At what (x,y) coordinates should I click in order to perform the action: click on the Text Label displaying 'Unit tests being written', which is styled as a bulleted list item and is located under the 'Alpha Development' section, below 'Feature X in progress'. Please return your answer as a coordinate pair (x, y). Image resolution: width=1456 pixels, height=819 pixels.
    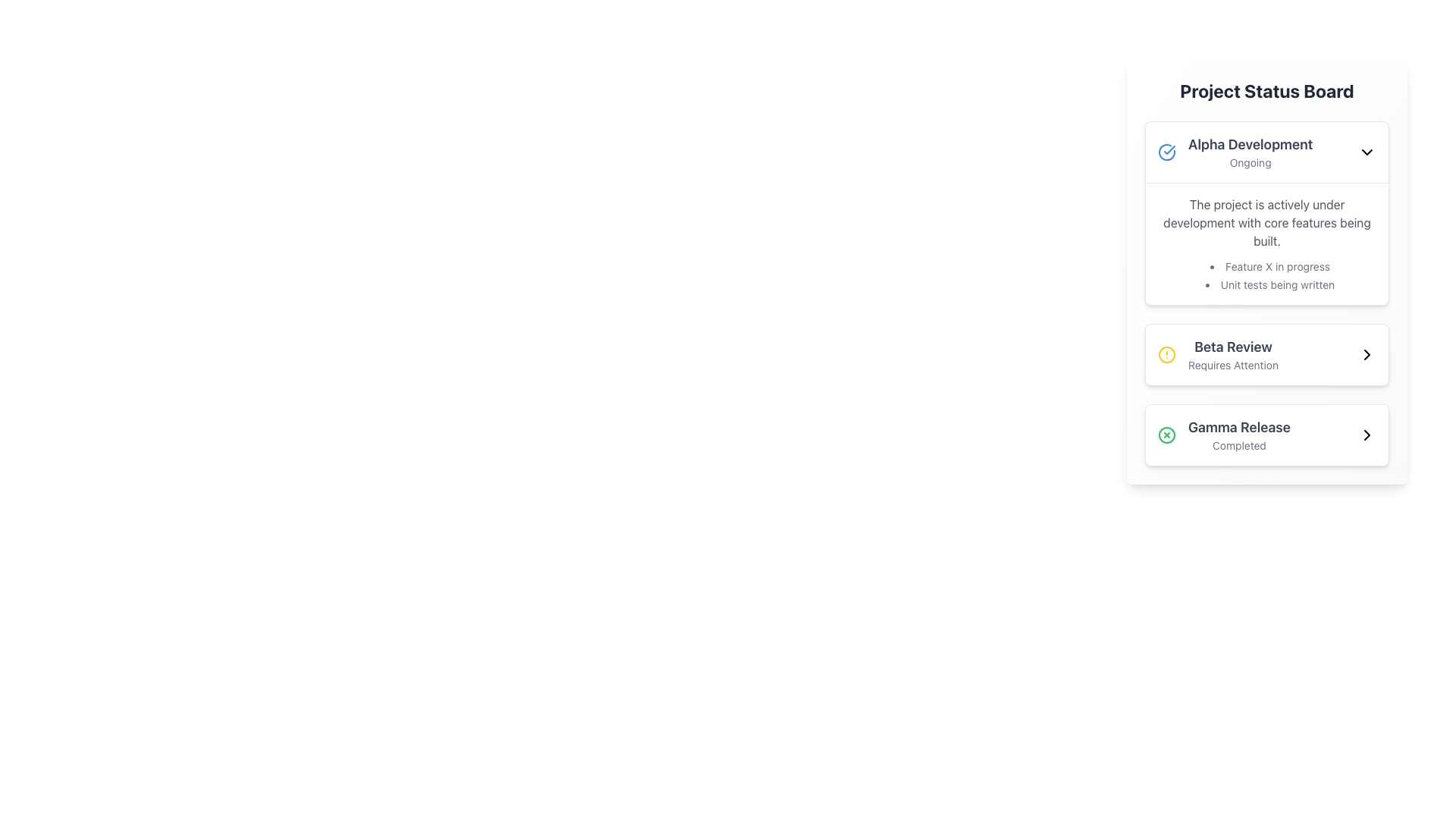
    Looking at the image, I should click on (1270, 284).